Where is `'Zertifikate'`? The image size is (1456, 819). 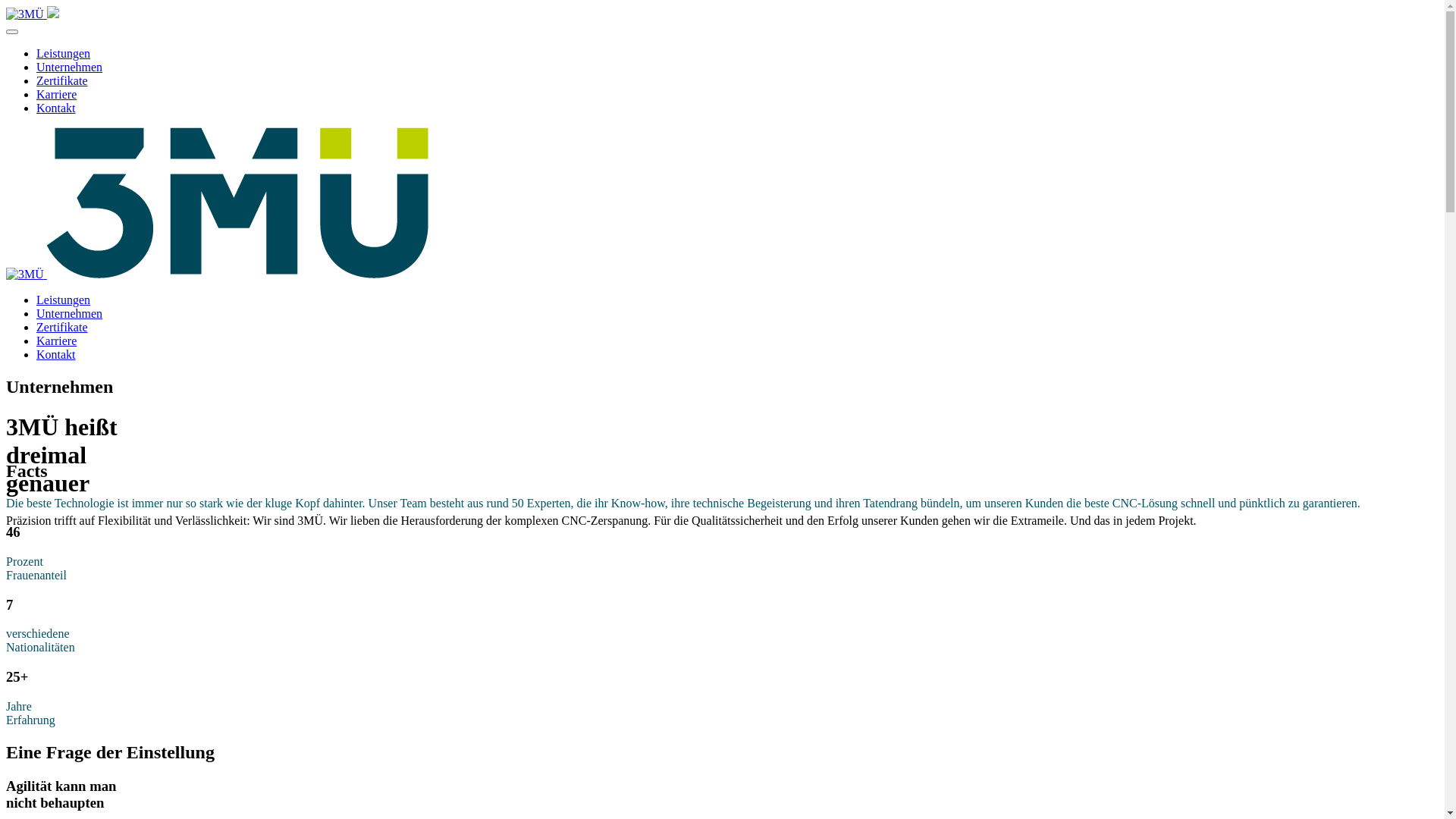 'Zertifikate' is located at coordinates (61, 80).